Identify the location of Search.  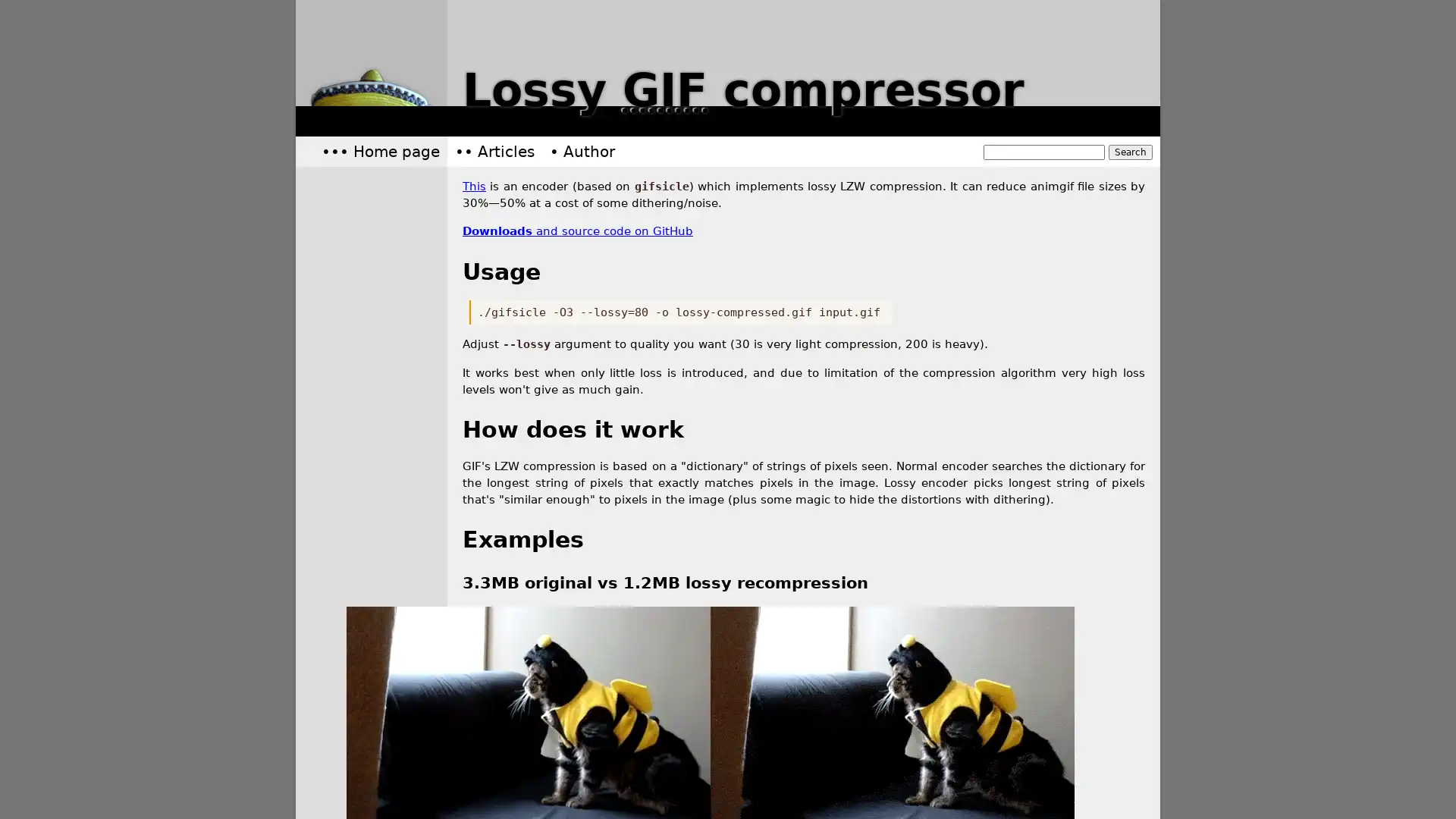
(1131, 152).